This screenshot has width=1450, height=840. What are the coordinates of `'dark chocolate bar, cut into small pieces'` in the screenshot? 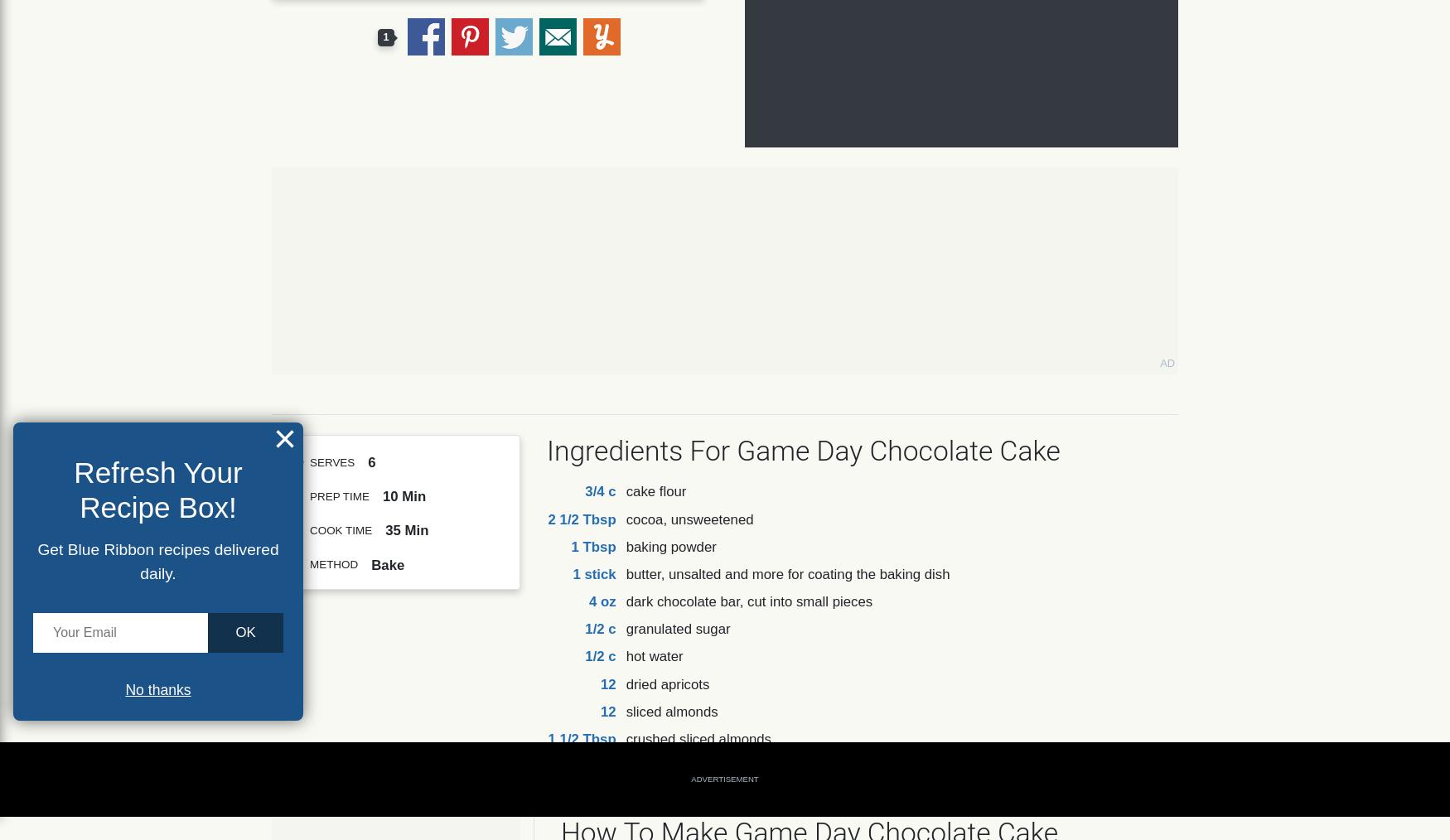 It's located at (748, 601).